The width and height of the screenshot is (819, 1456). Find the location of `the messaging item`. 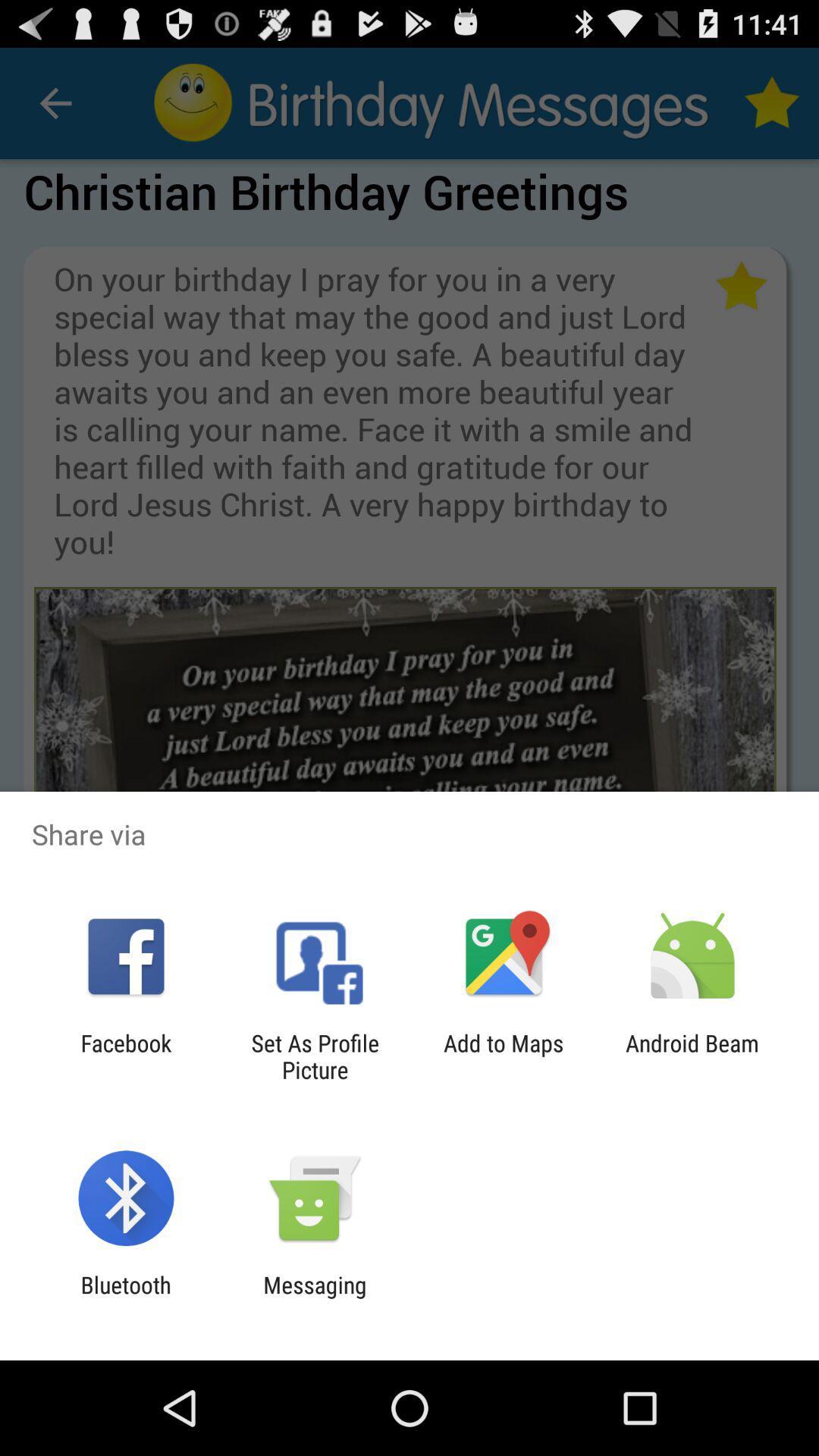

the messaging item is located at coordinates (314, 1298).